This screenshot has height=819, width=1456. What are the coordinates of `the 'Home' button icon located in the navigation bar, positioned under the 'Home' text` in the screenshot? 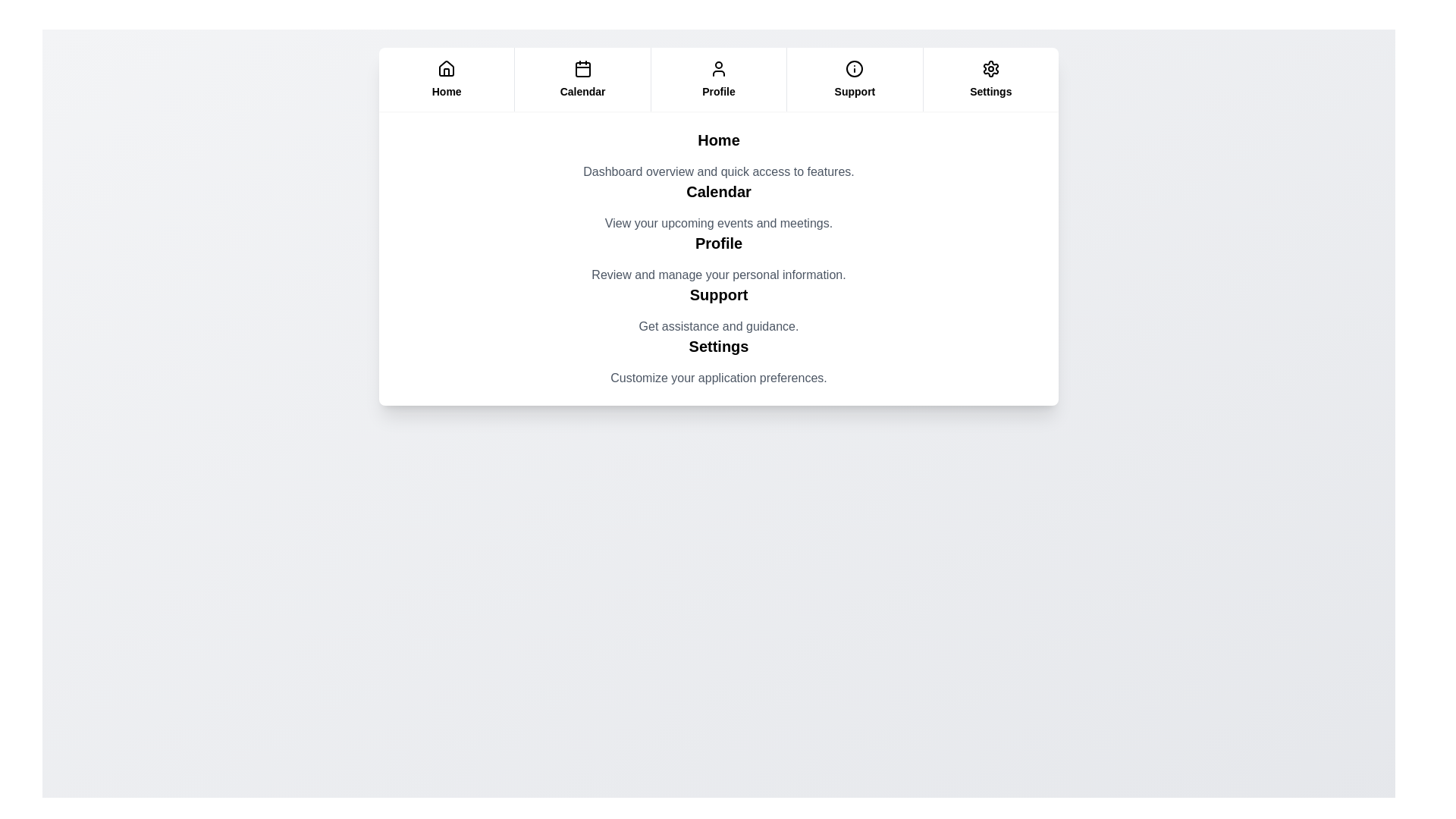 It's located at (446, 68).